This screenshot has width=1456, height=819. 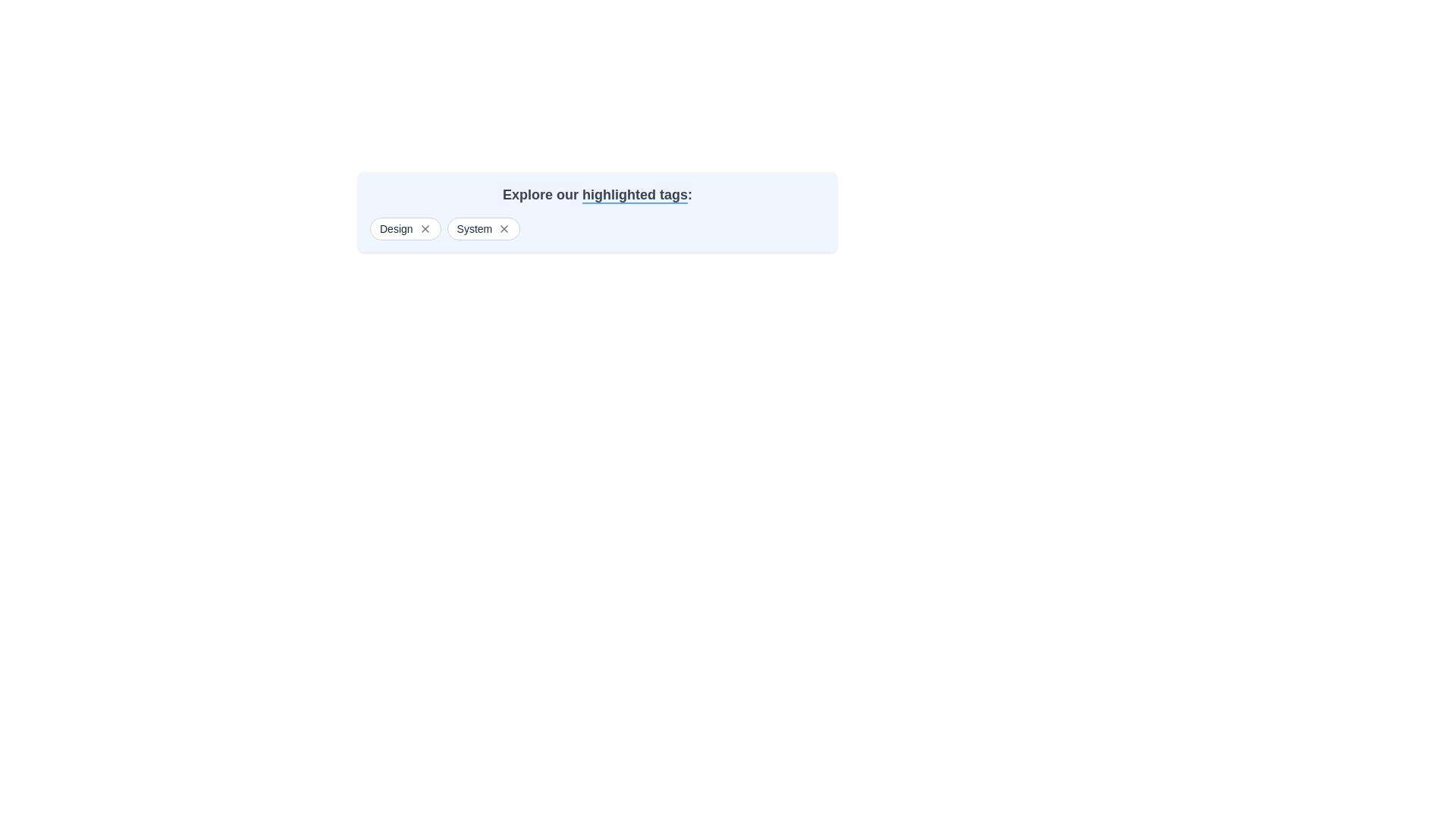 What do you see at coordinates (473, 228) in the screenshot?
I see `the text label displaying the word 'System', which is styled in gray and located between the 'Design' label and an 'X' icon` at bounding box center [473, 228].